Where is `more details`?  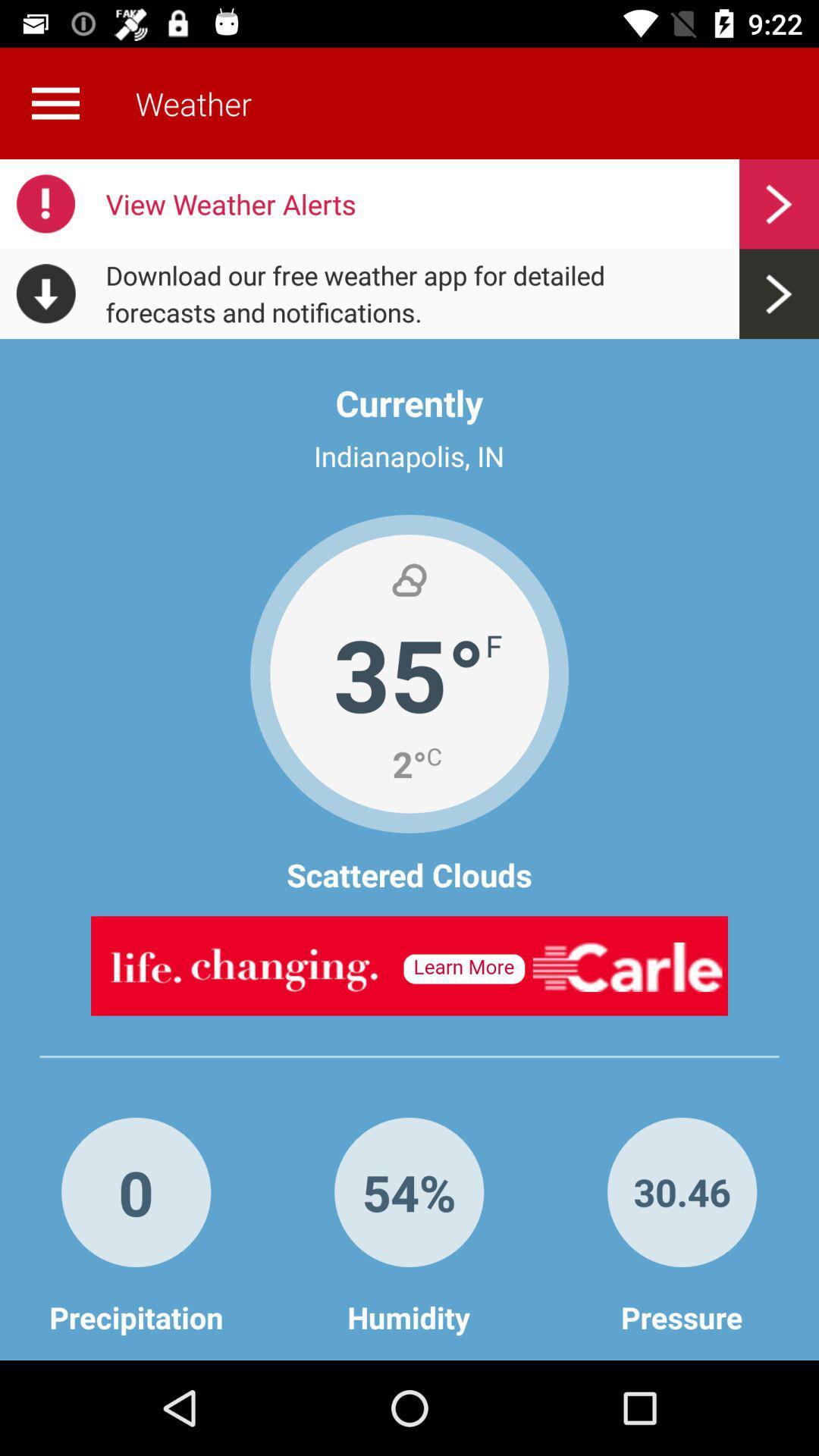
more details is located at coordinates (55, 102).